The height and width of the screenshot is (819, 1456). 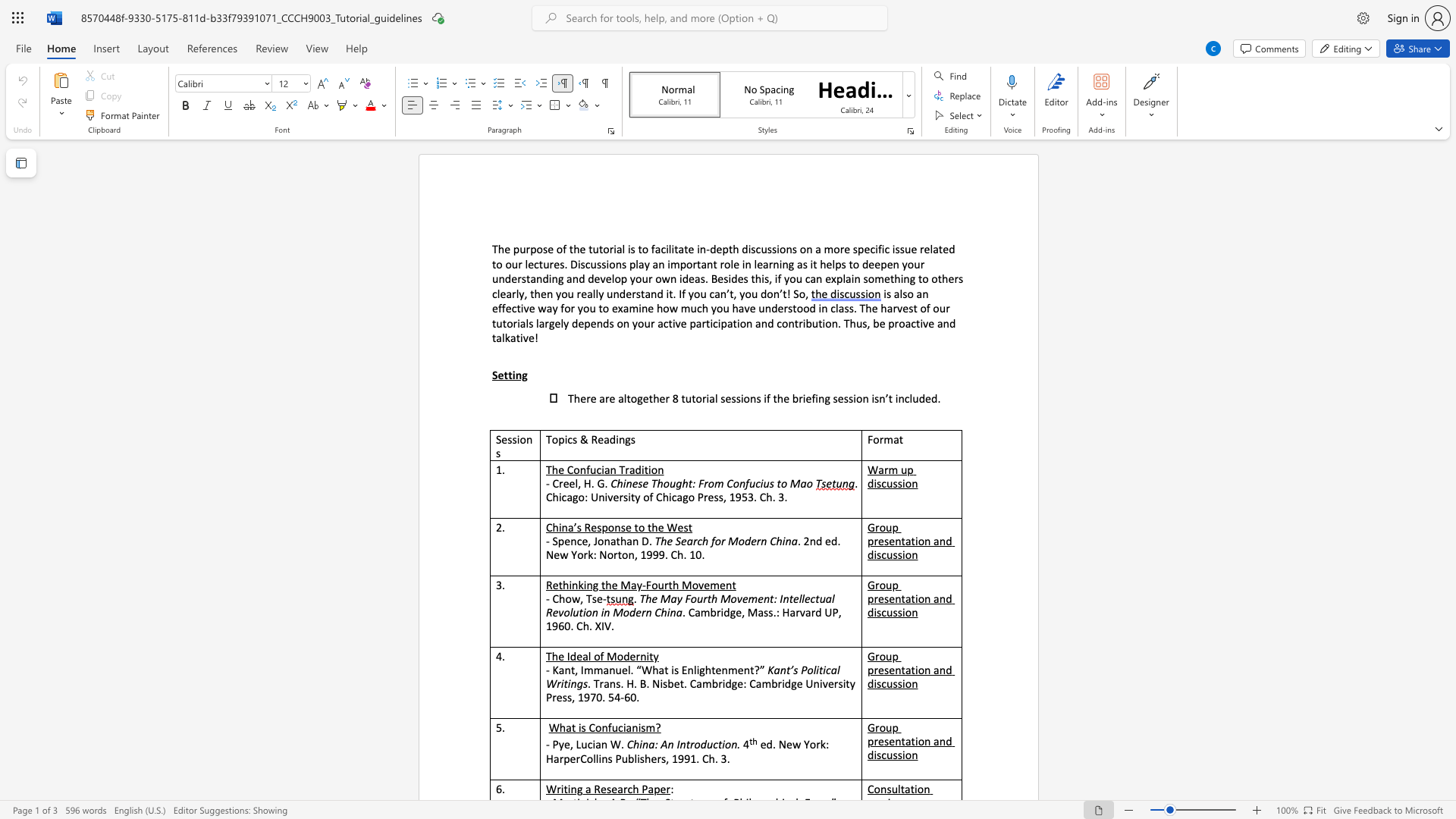 What do you see at coordinates (603, 439) in the screenshot?
I see `the subset text "adi" within the text "Topics & Readings"` at bounding box center [603, 439].